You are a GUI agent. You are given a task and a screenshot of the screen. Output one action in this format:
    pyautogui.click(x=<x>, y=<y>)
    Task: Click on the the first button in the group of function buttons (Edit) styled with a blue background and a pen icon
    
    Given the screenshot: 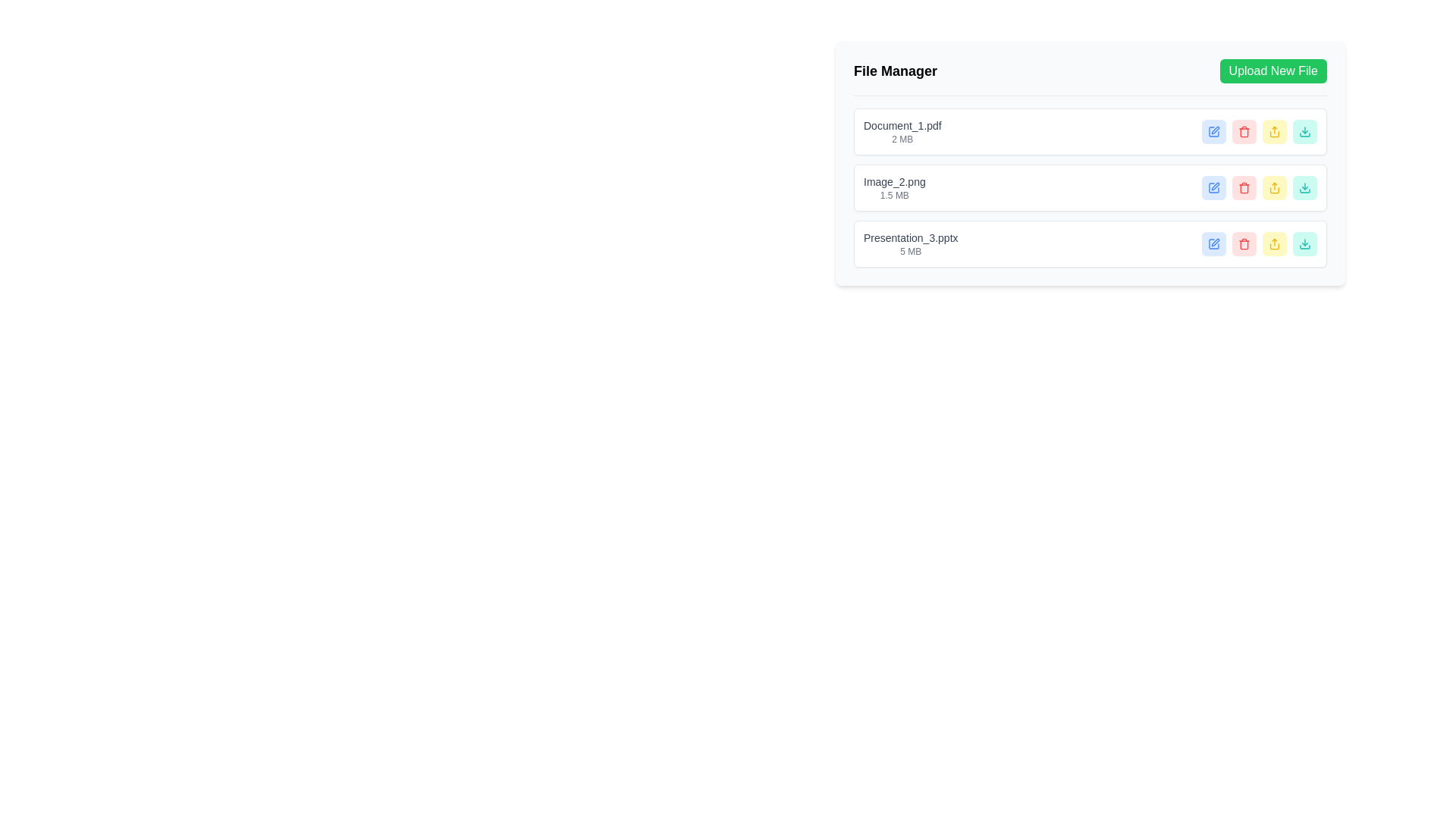 What is the action you would take?
    pyautogui.click(x=1214, y=187)
    